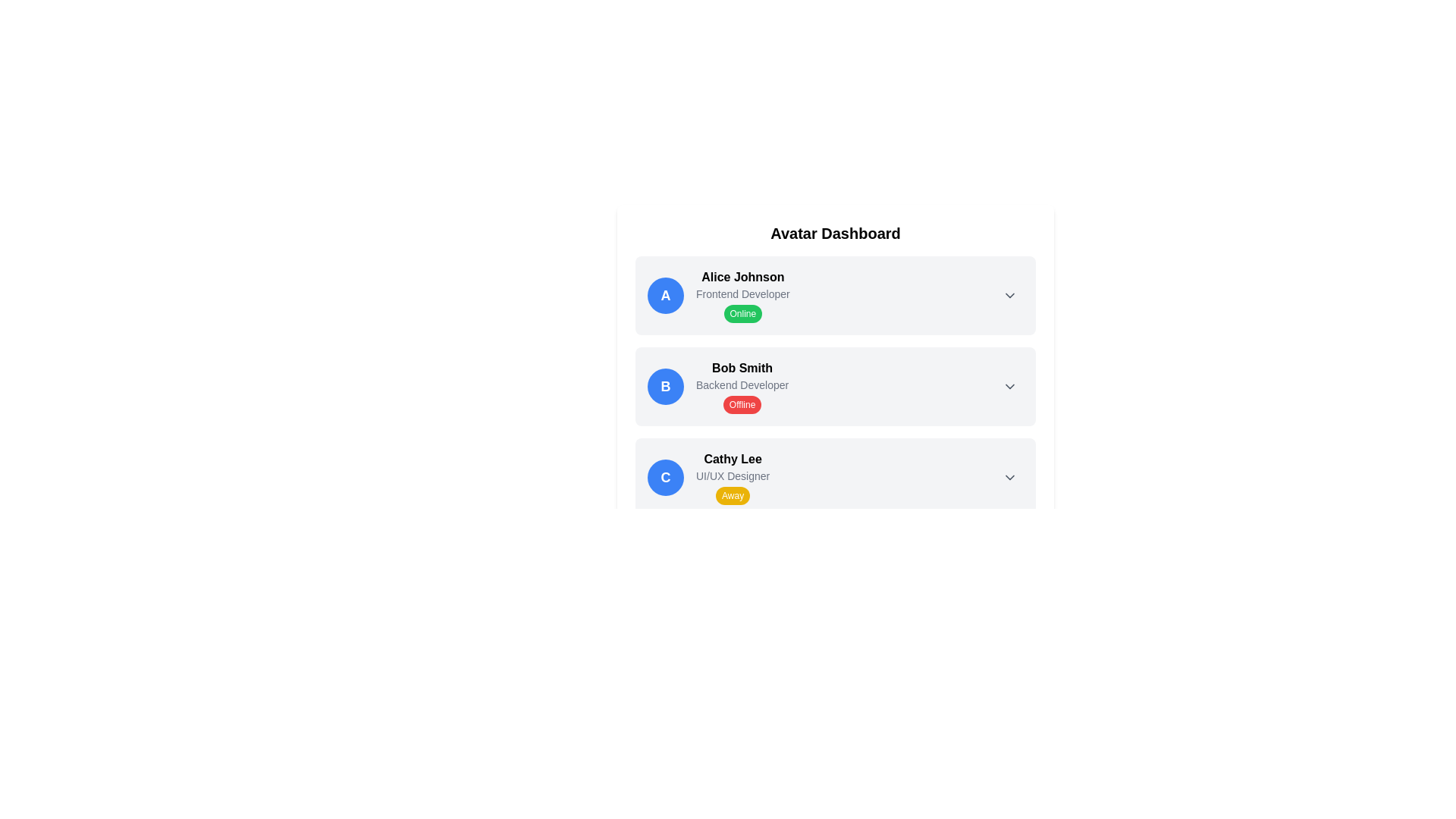 The image size is (1456, 819). Describe the element at coordinates (666, 295) in the screenshot. I see `the circular avatar with a blue background and a white uppercase 'A'` at that location.